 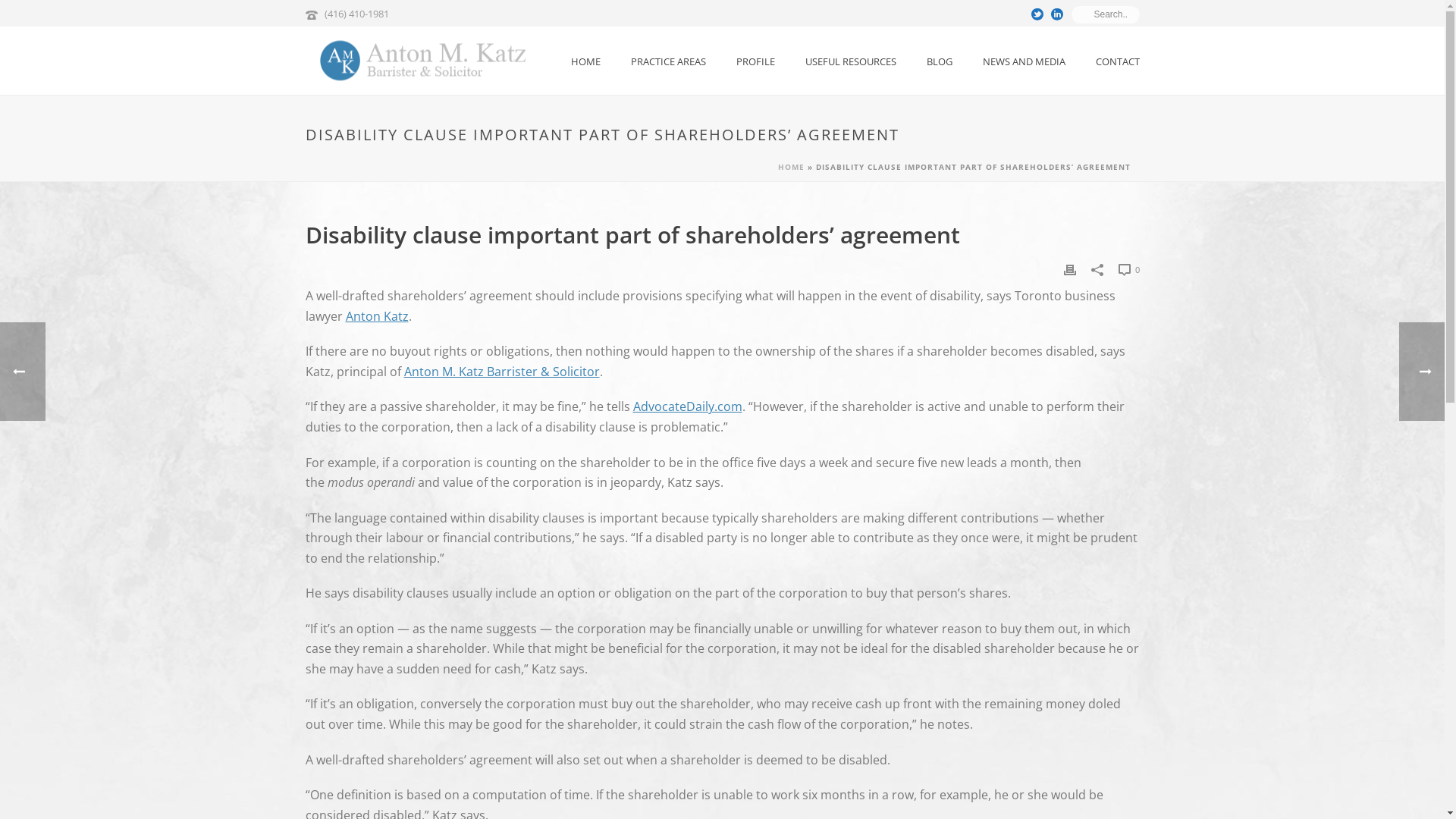 I want to click on 'AdvocateDaily.com', so click(x=686, y=406).